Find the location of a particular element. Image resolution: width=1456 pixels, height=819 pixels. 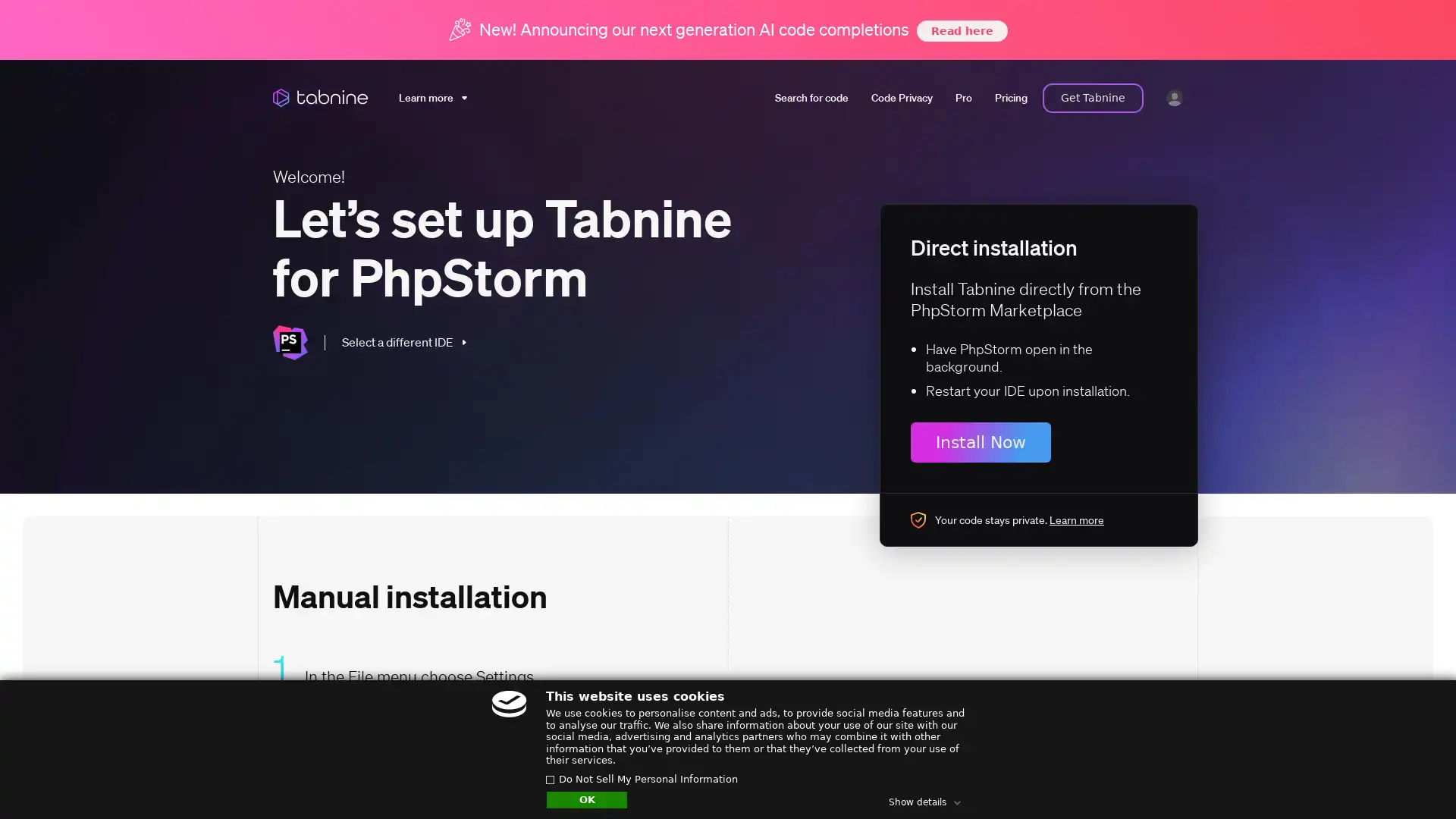

Dismiss Message is located at coordinates (1376, 761).